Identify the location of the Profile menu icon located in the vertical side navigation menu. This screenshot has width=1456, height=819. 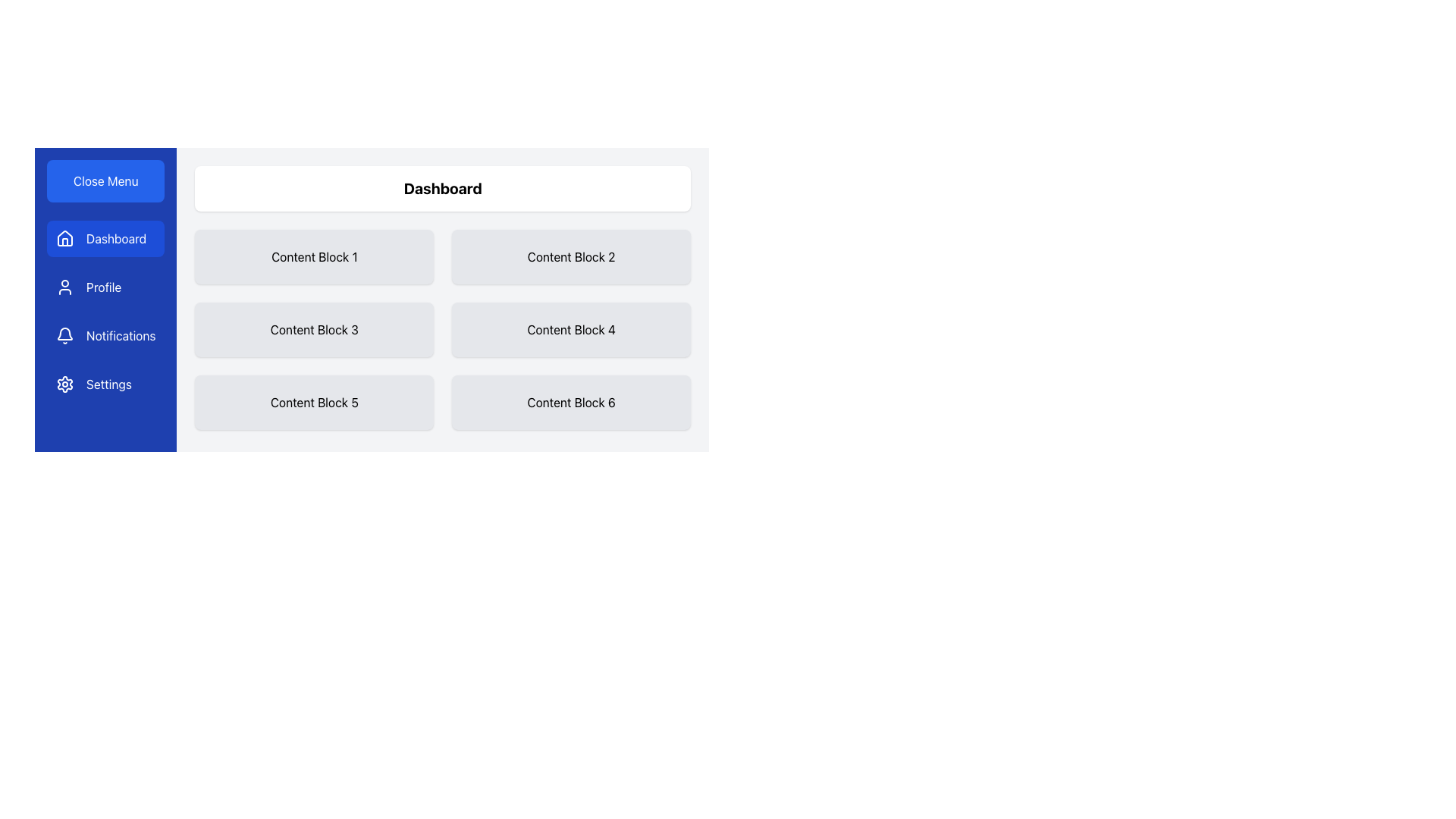
(64, 287).